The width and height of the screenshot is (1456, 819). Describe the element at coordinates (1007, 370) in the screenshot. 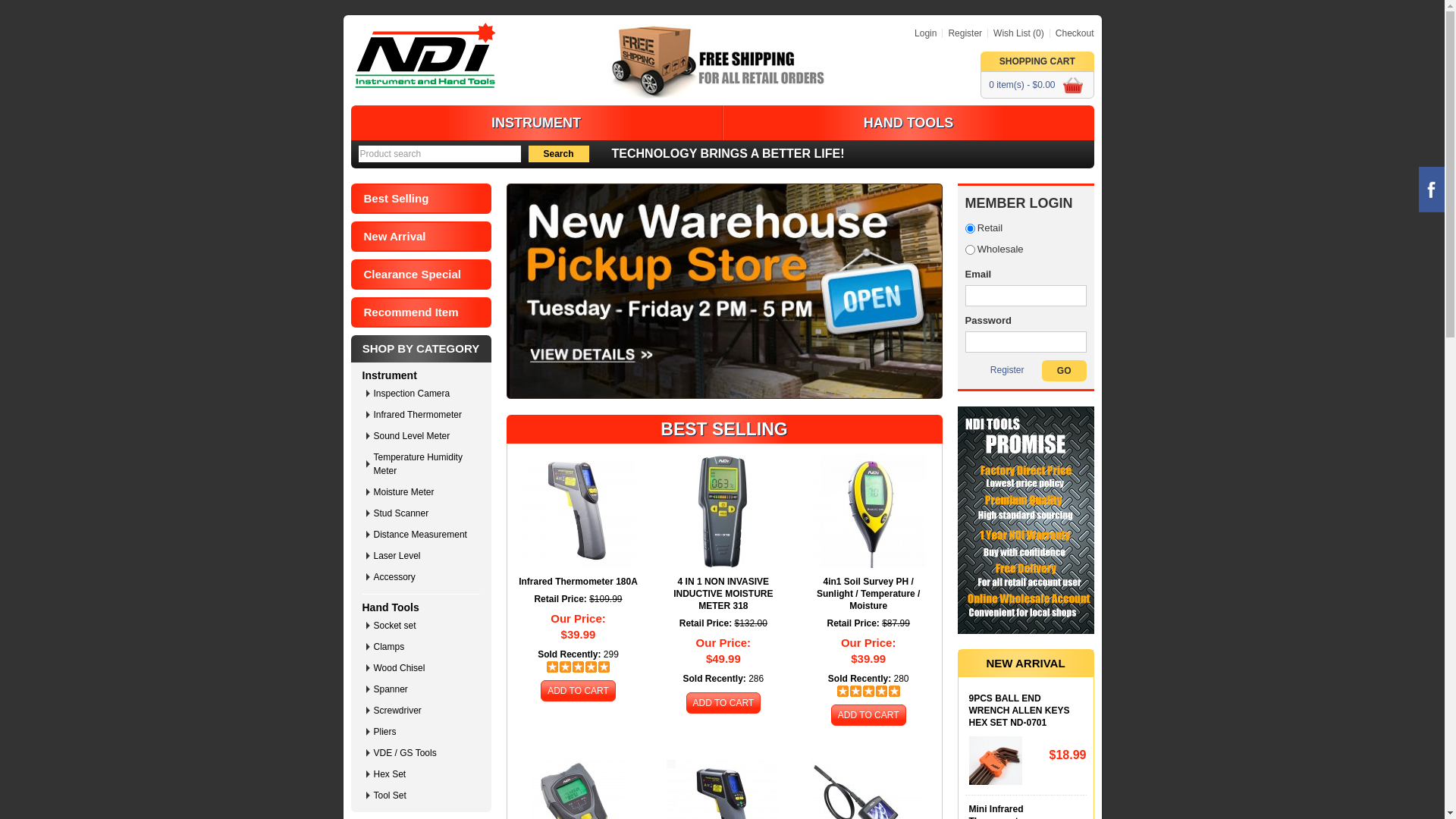

I see `'Register'` at that location.